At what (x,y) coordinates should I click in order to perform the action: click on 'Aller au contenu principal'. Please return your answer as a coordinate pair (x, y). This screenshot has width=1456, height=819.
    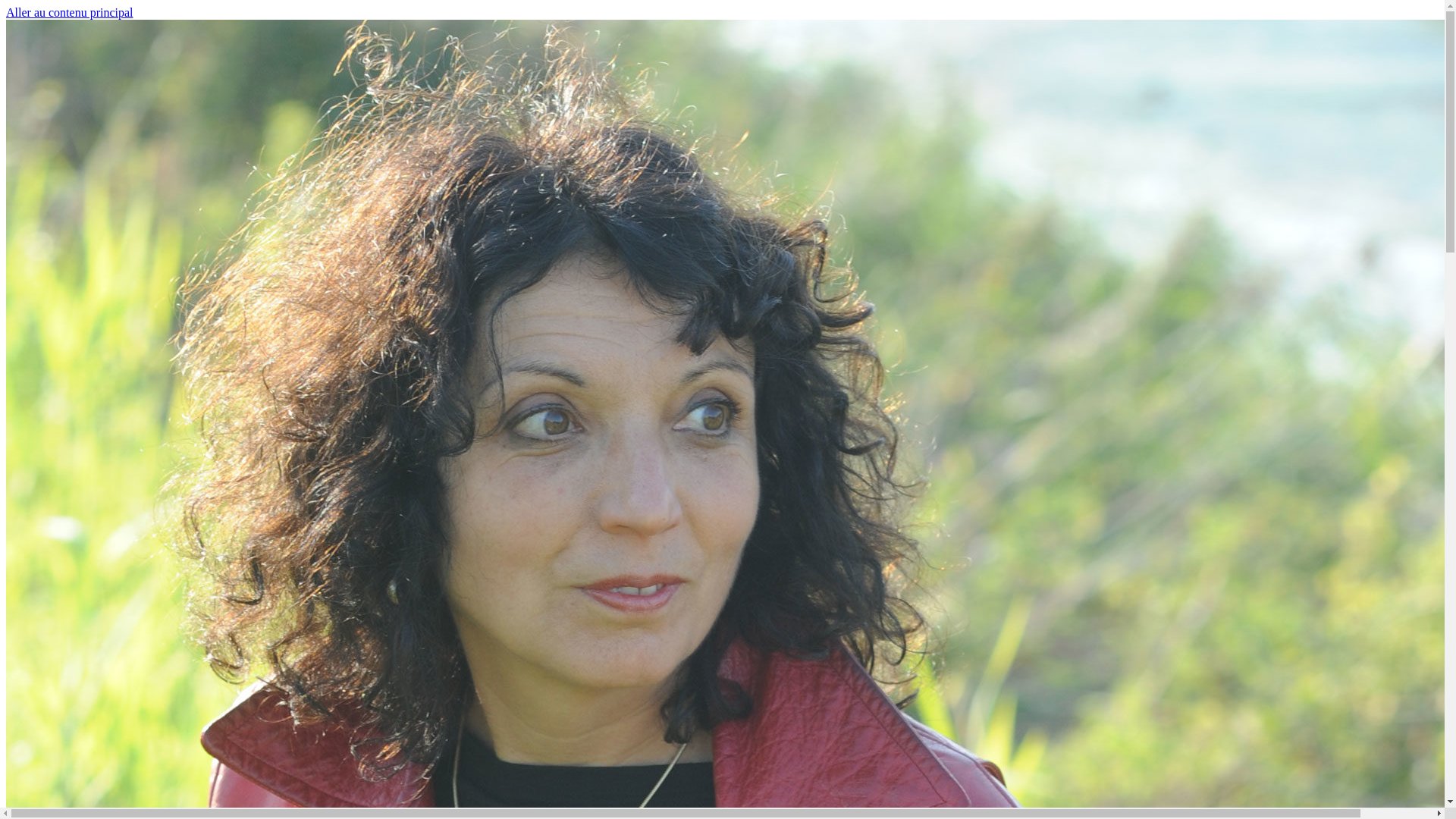
    Looking at the image, I should click on (6, 12).